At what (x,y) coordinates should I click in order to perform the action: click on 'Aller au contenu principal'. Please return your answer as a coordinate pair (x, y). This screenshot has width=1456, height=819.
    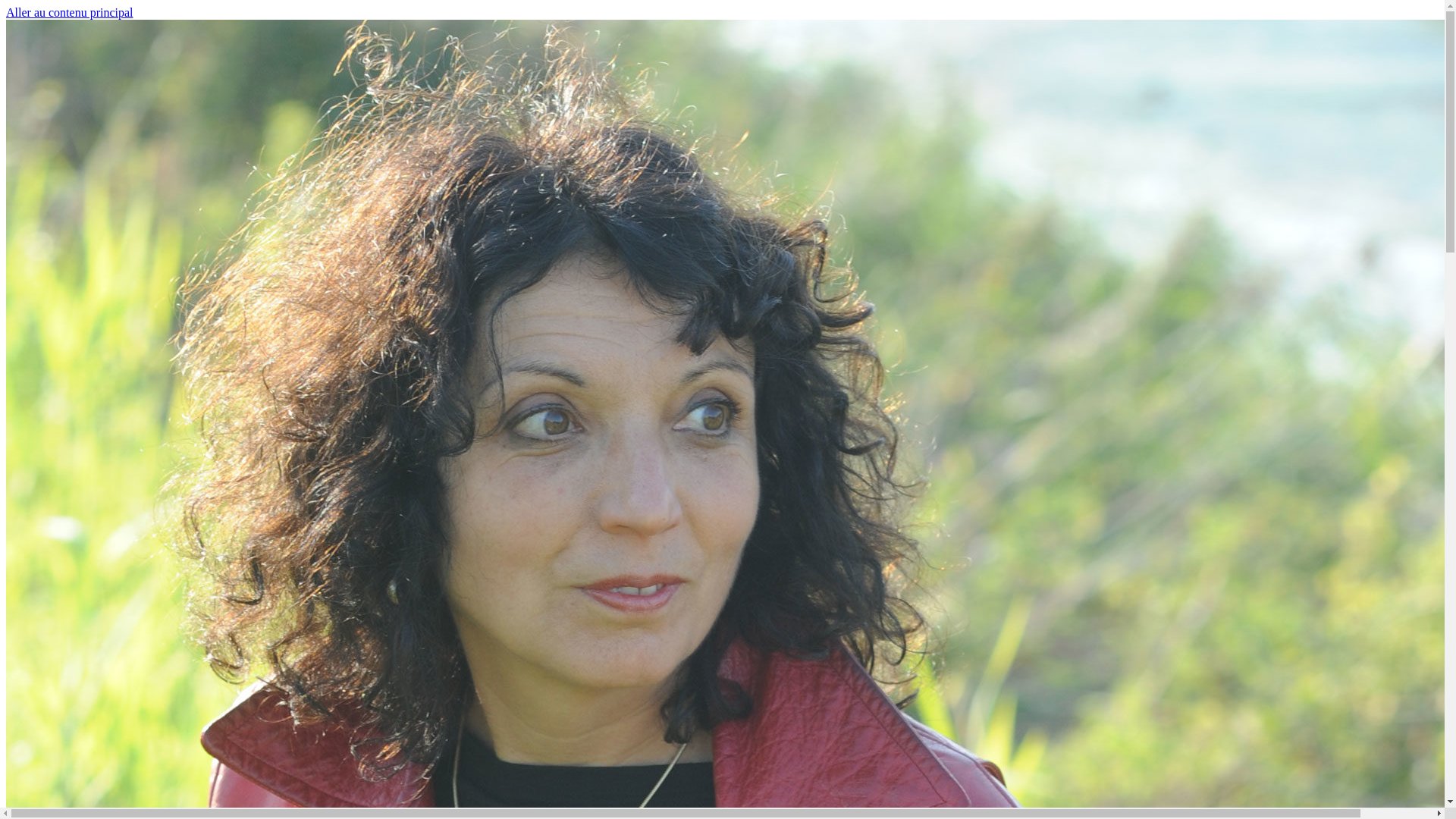
    Looking at the image, I should click on (6, 12).